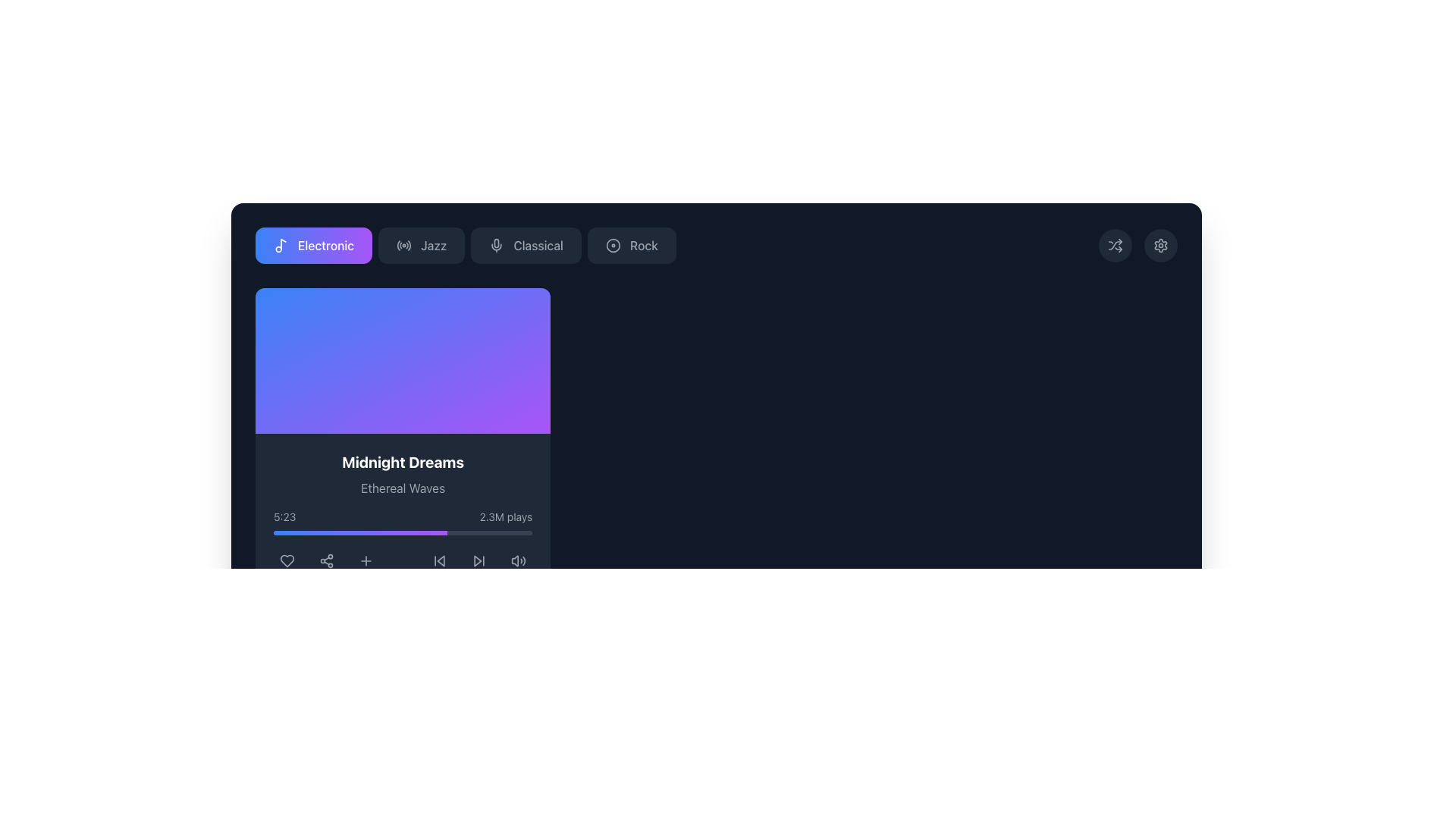 This screenshot has height=819, width=1456. I want to click on the share icon located centrally in the horizontal menu at the bottom of the media playback card, so click(326, 561).